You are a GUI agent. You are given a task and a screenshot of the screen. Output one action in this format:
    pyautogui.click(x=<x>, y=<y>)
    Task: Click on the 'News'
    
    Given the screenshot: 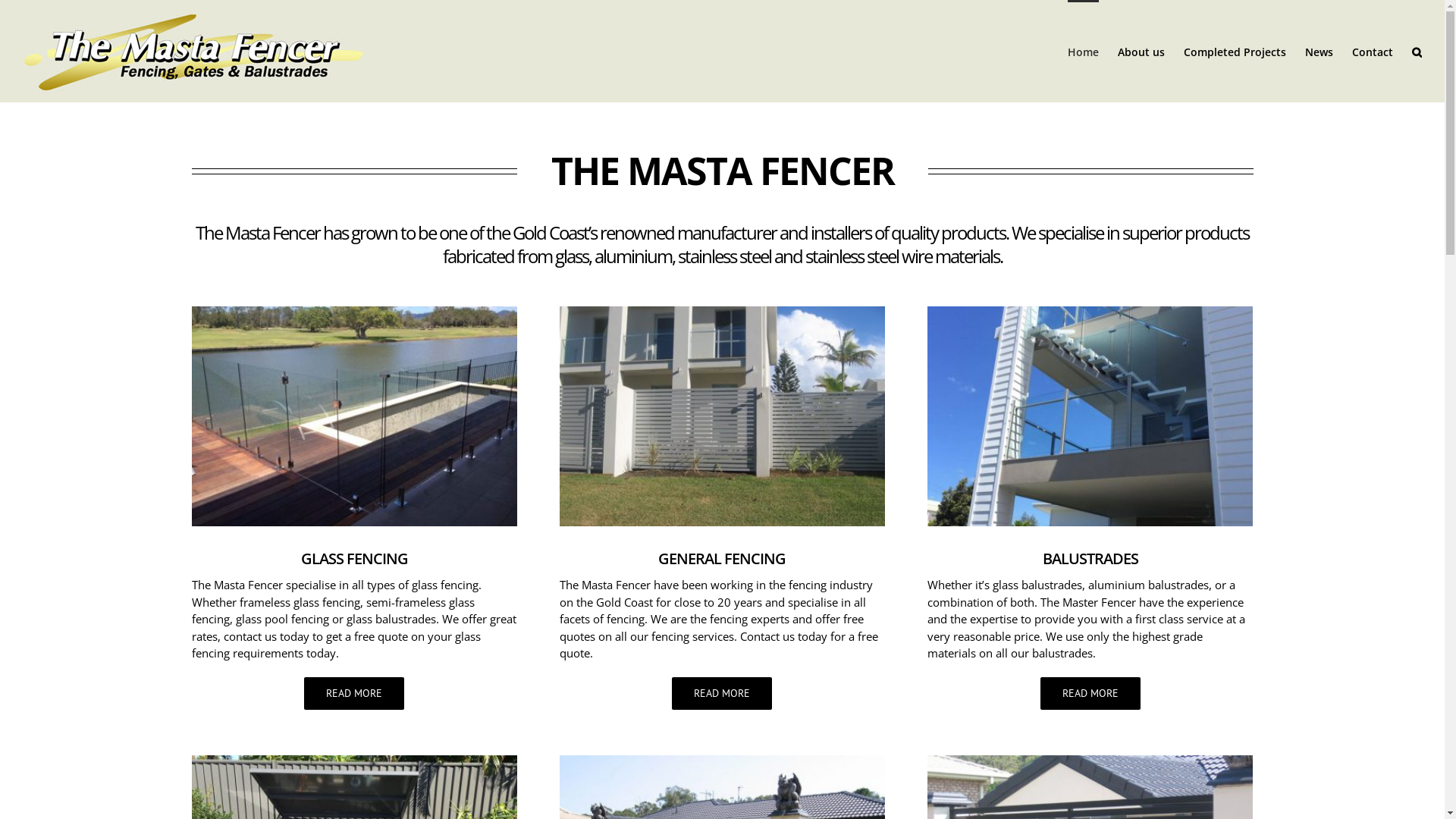 What is the action you would take?
    pyautogui.click(x=1318, y=50)
    